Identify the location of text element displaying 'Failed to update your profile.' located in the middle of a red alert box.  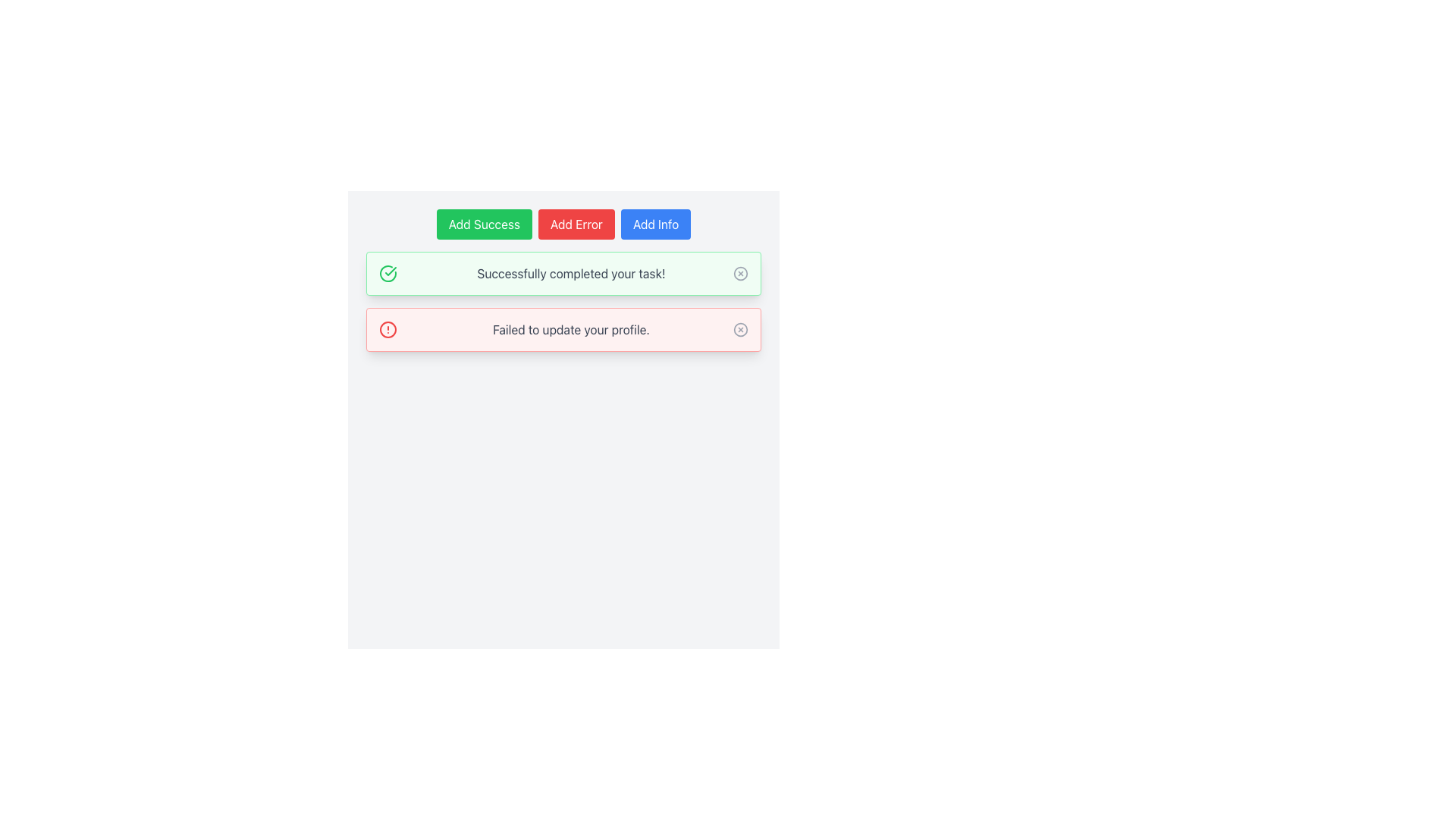
(570, 329).